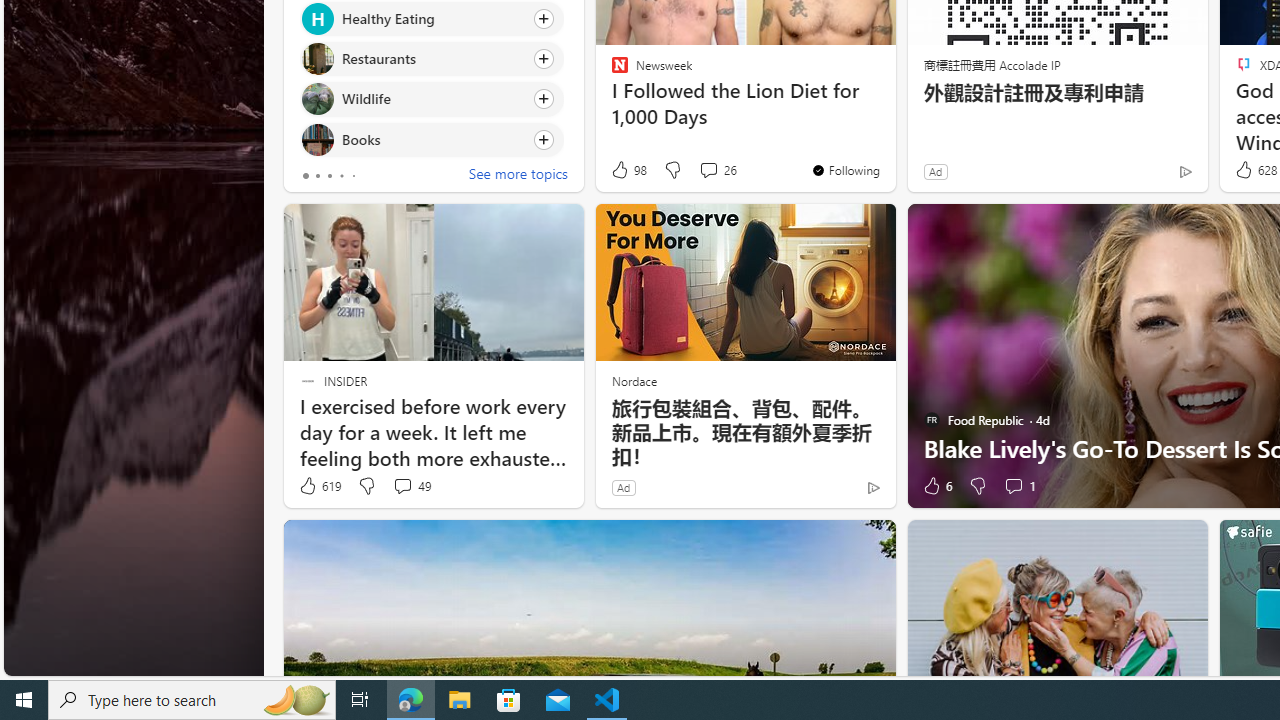 This screenshot has height=720, width=1280. What do you see at coordinates (304, 175) in the screenshot?
I see `'tab-0'` at bounding box center [304, 175].